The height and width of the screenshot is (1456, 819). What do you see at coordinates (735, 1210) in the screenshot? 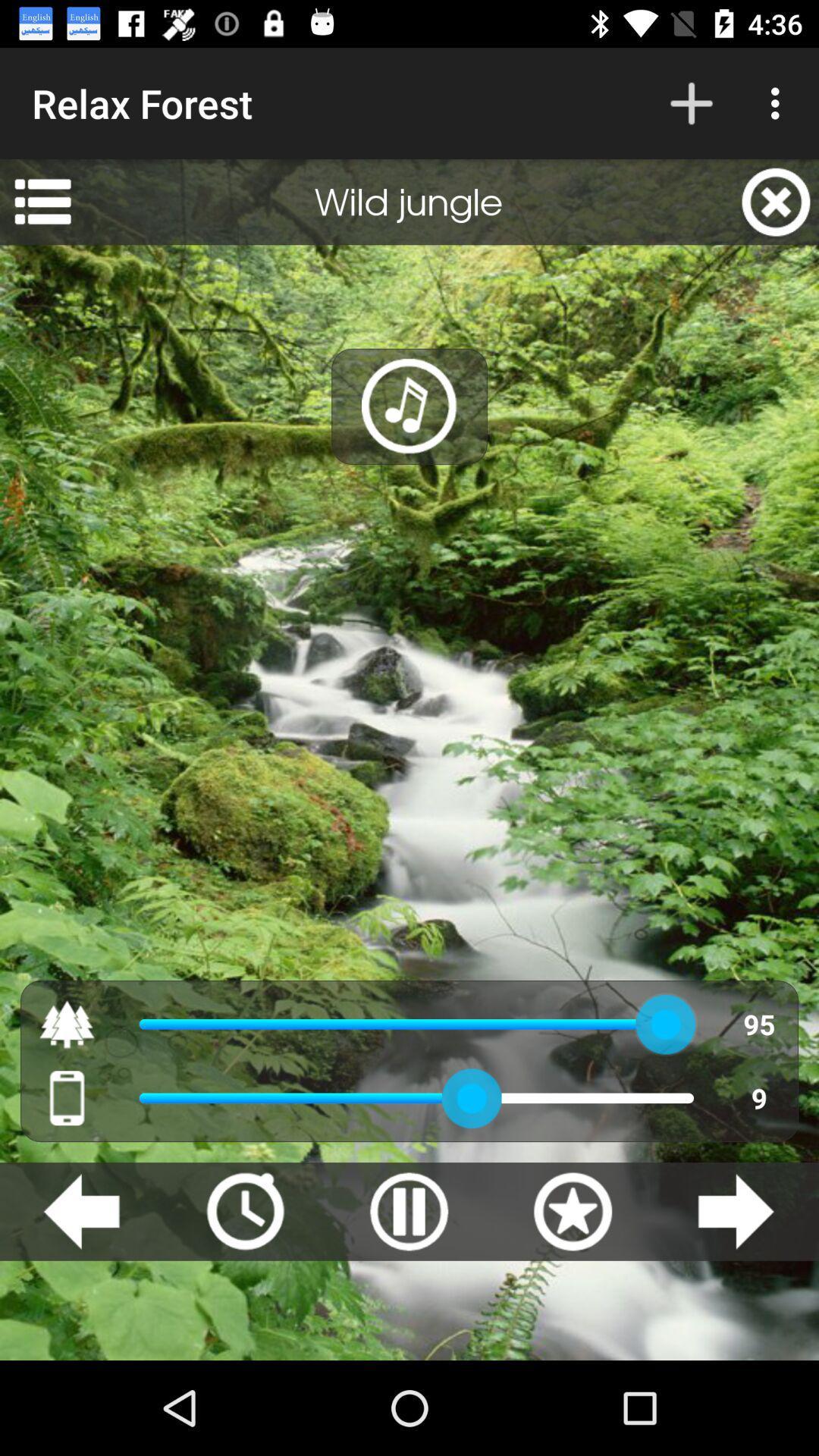
I see `the arrow_forward icon` at bounding box center [735, 1210].